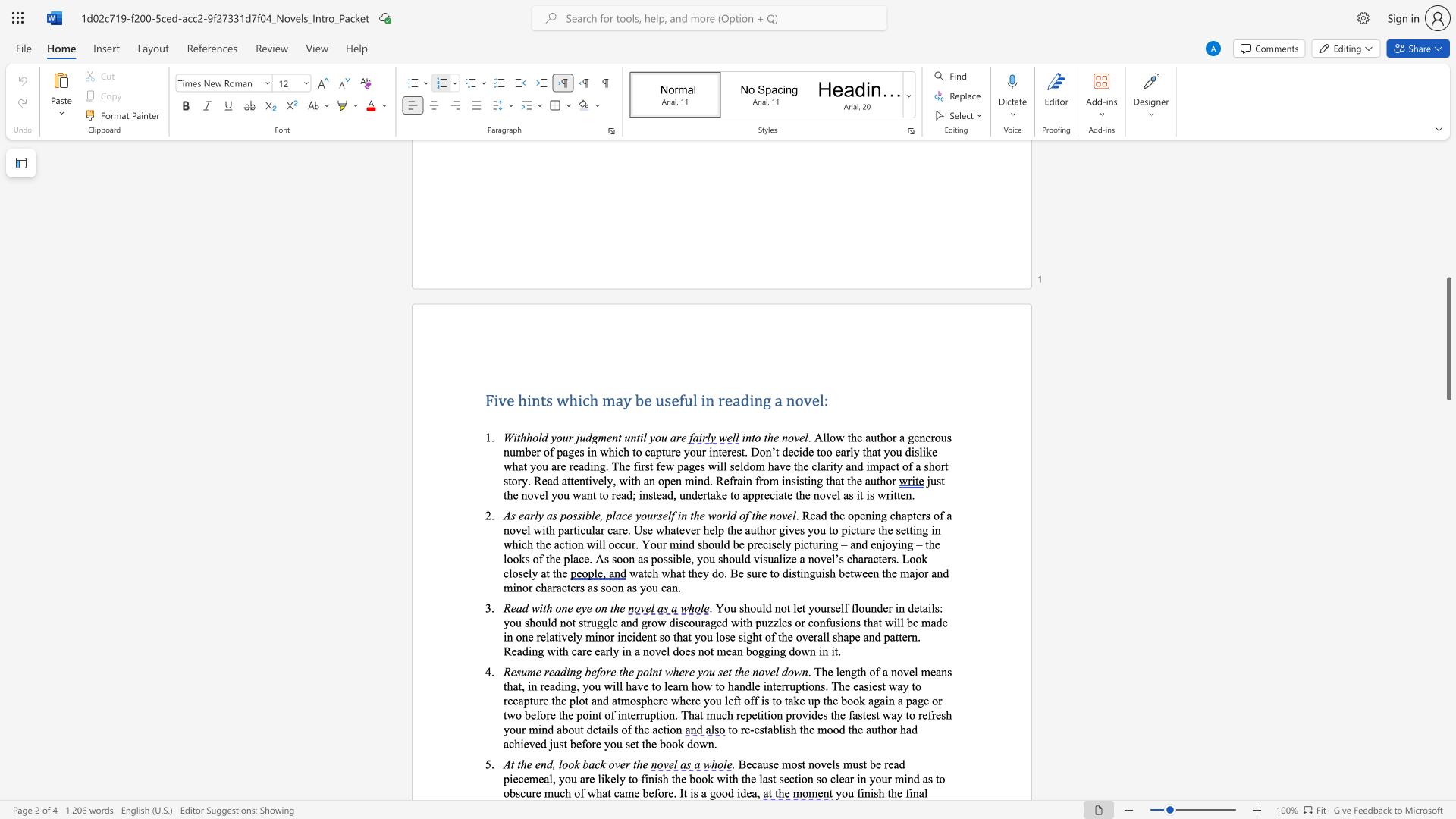 The image size is (1456, 819). I want to click on the 6th character "i" in the text, so click(799, 778).